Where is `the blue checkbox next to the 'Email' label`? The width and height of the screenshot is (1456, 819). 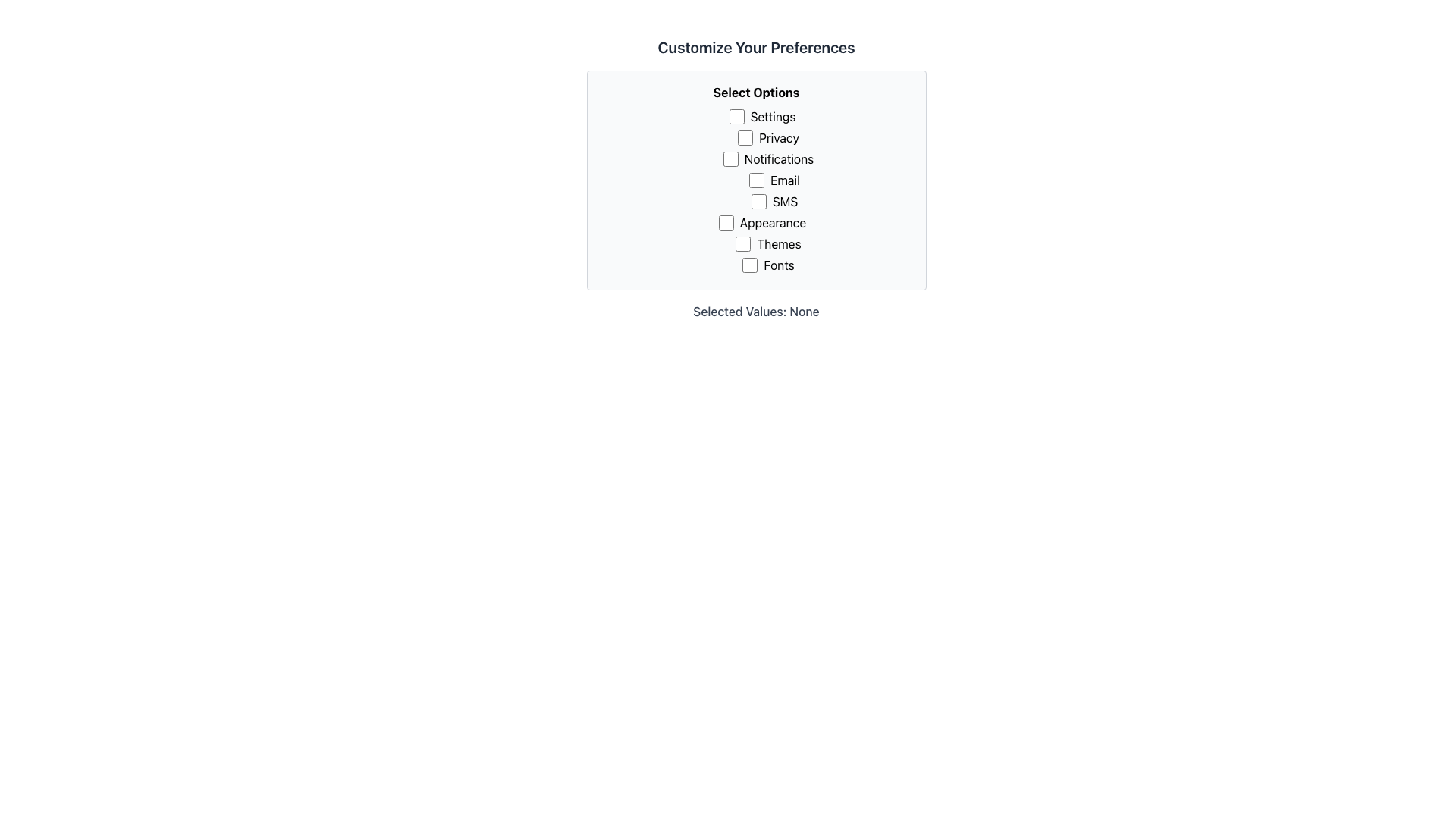 the blue checkbox next to the 'Email' label is located at coordinates (757, 180).